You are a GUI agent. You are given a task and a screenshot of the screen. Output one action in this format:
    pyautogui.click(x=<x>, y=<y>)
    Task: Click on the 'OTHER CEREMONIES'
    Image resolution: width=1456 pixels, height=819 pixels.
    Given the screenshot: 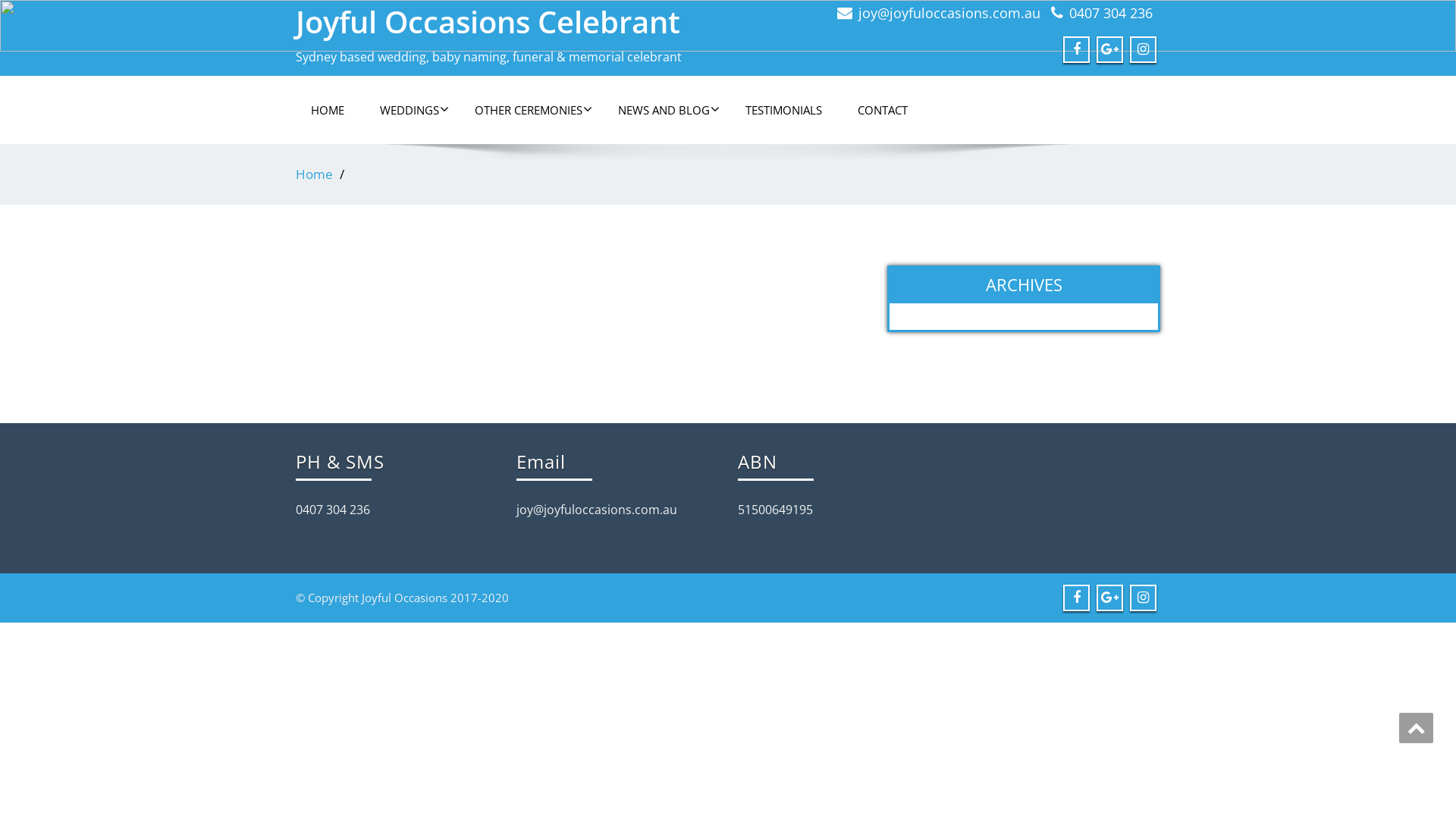 What is the action you would take?
    pyautogui.click(x=528, y=109)
    